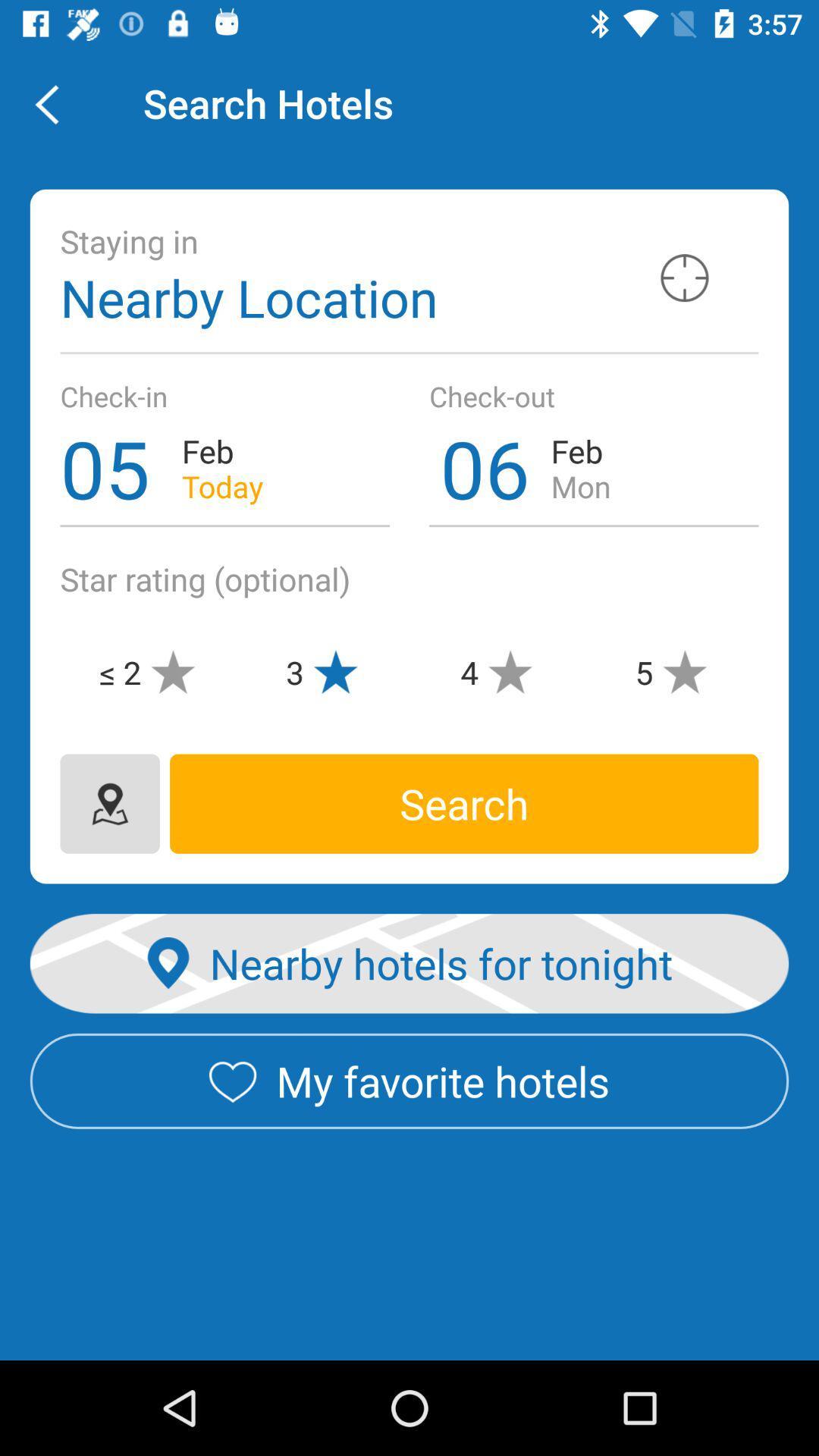 Image resolution: width=819 pixels, height=1456 pixels. What do you see at coordinates (109, 803) in the screenshot?
I see `open map` at bounding box center [109, 803].